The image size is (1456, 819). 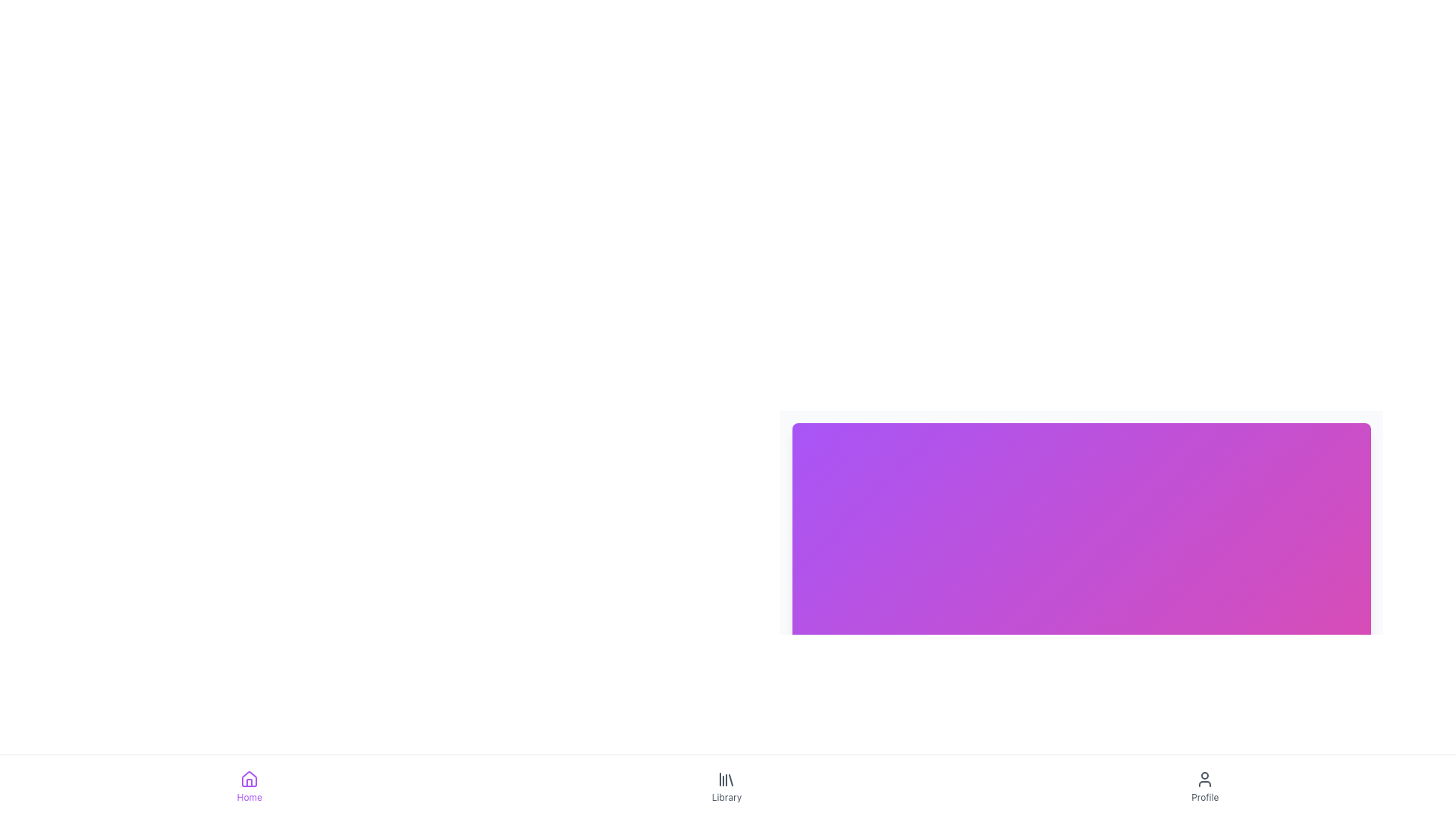 I want to click on the 'Home' icon located in the bottom navigation bar, so click(x=249, y=780).